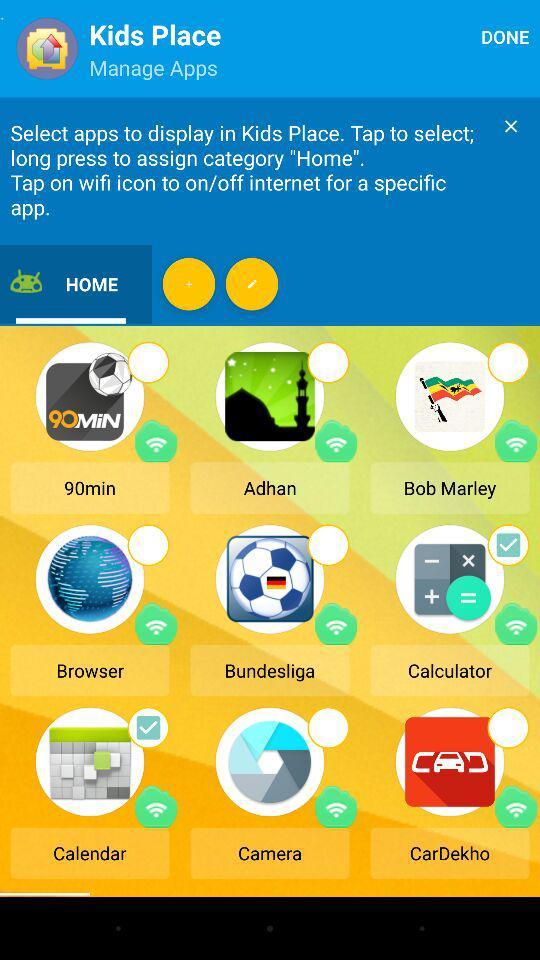  I want to click on on/off internet, so click(155, 806).